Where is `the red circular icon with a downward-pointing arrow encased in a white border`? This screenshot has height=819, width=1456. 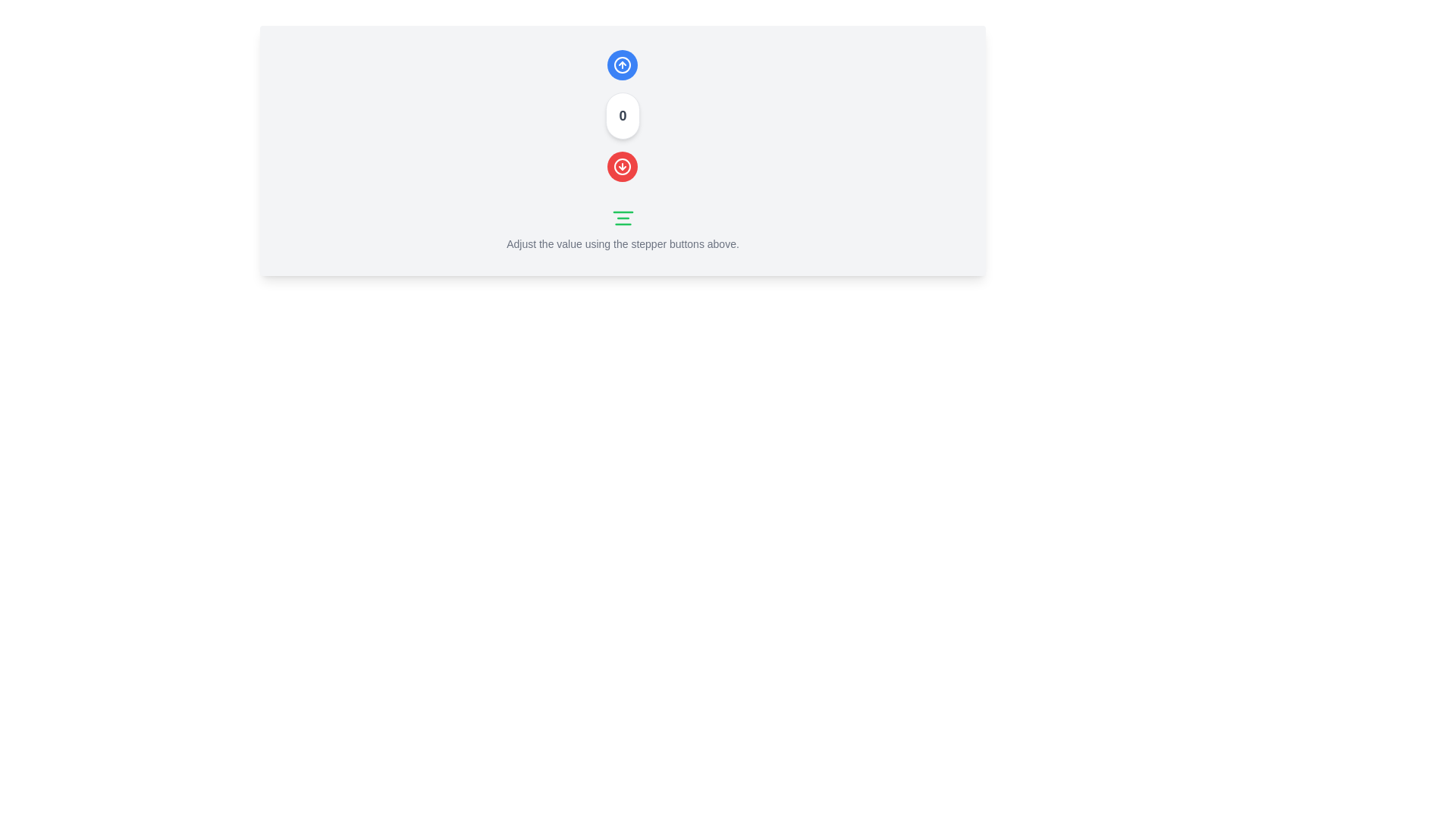 the red circular icon with a downward-pointing arrow encased in a white border is located at coordinates (623, 166).